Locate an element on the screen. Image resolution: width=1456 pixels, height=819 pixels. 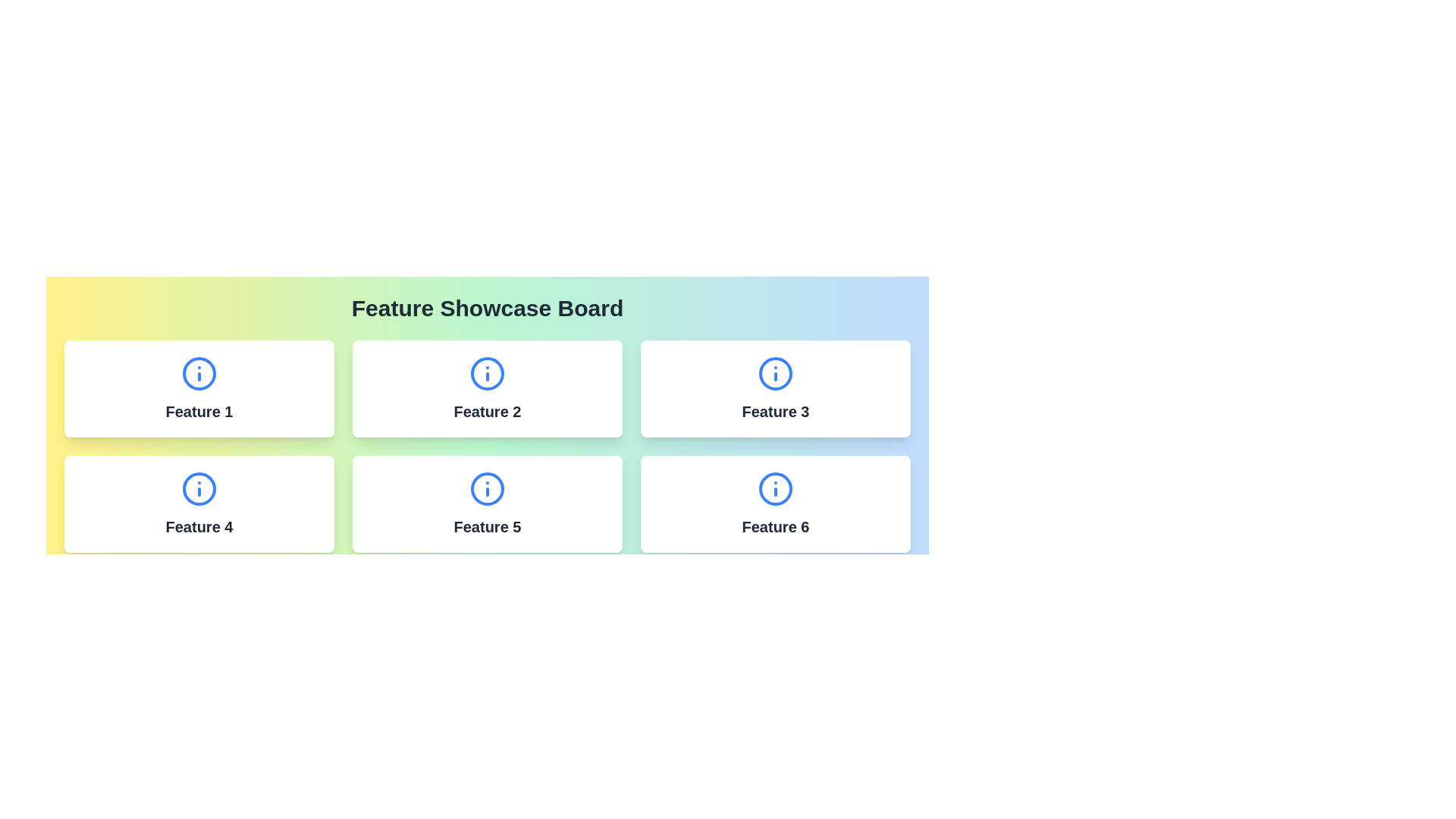
the circular SVG shape with a blue outline that is part of the 'Feature 1' icon in the top-left of a 2x3 grid layout is located at coordinates (199, 374).